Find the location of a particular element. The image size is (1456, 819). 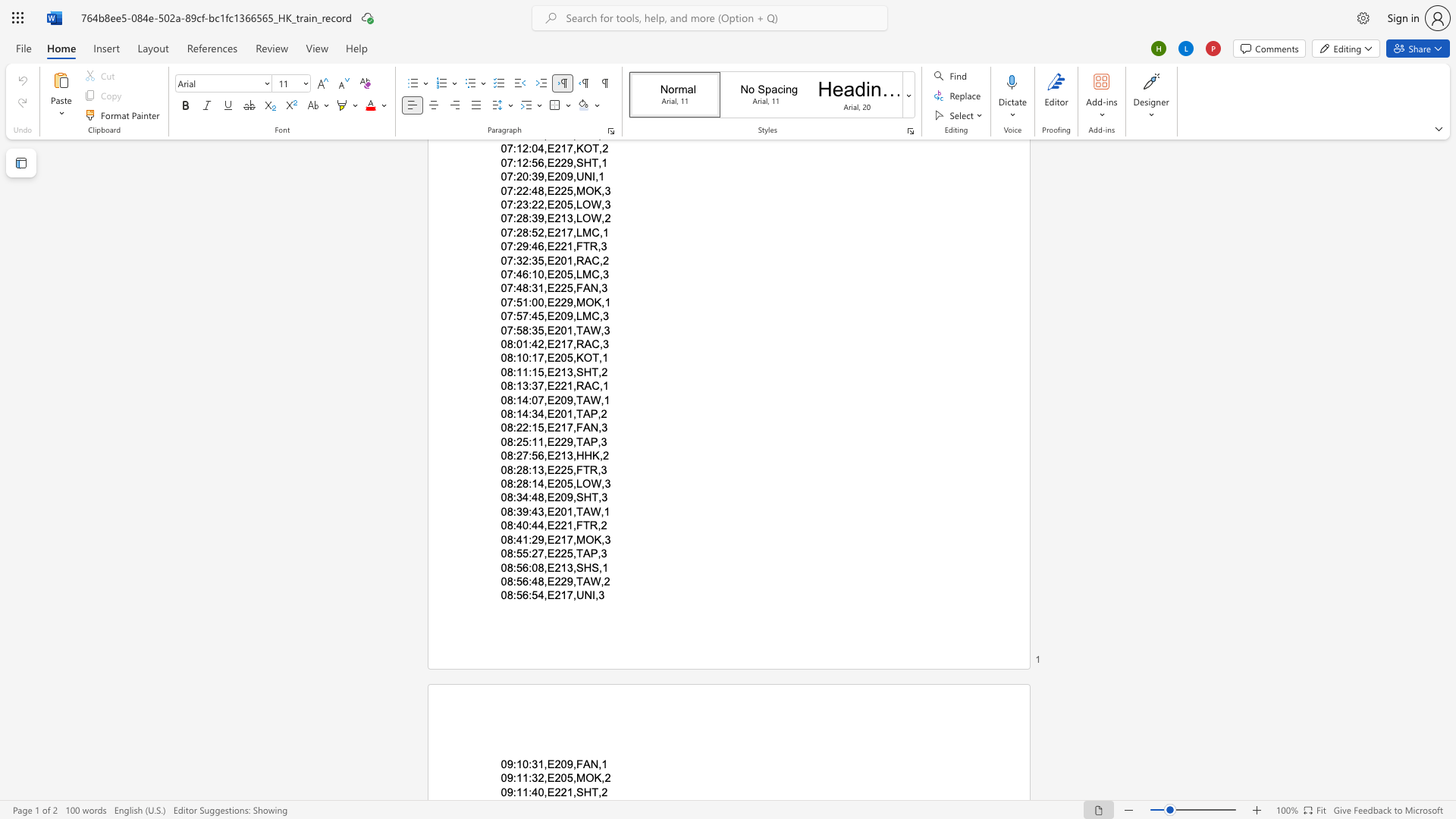

the subset text "9:43,E2" within the text "08:39:43,E201,TAW,1" is located at coordinates (522, 511).